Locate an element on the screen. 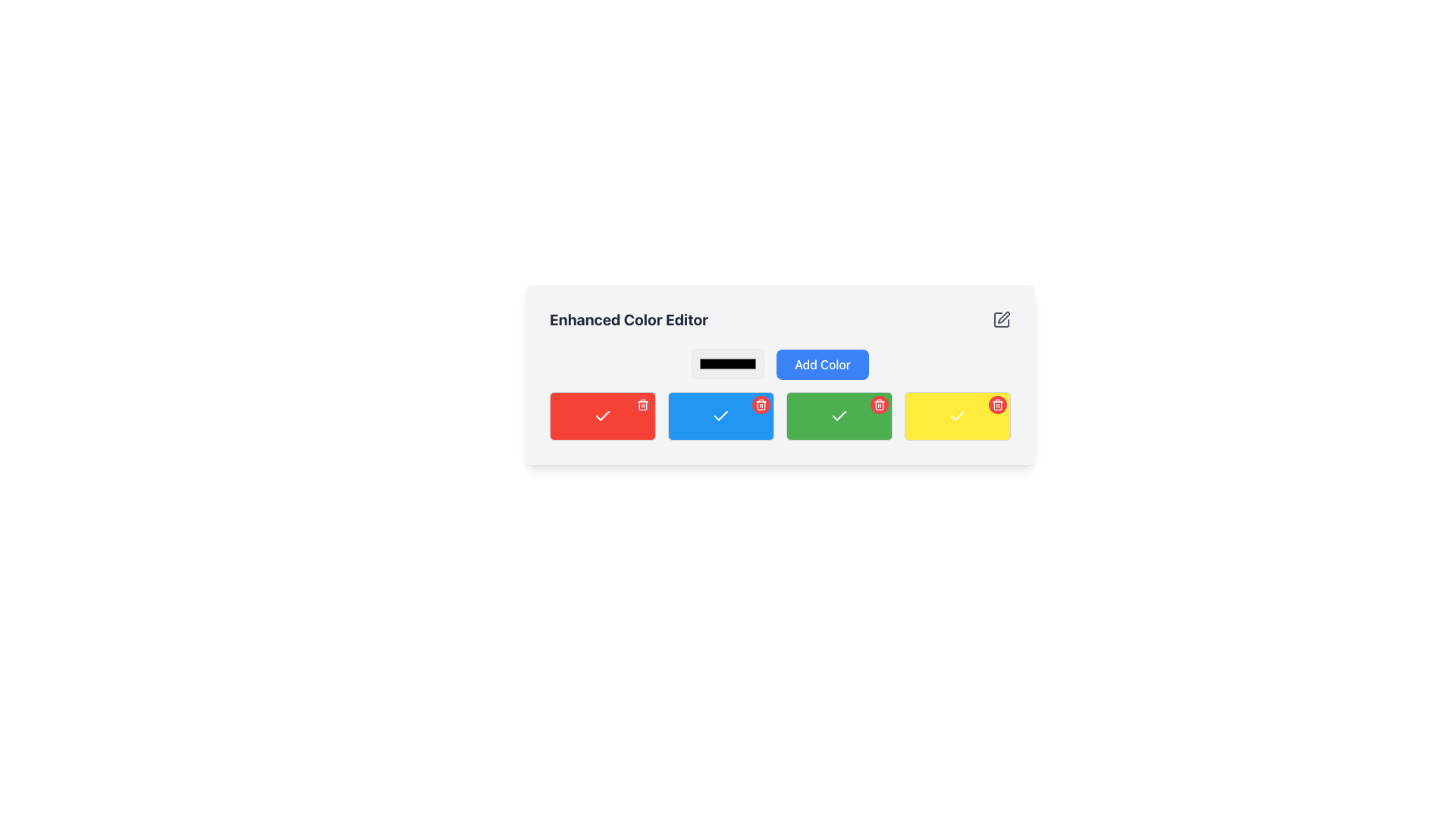 The width and height of the screenshot is (1456, 819). the square-shaped SVG graphical element representing editing functionality located in the top-right corner of the 'Enhanced Color Editor' component is located at coordinates (1001, 318).